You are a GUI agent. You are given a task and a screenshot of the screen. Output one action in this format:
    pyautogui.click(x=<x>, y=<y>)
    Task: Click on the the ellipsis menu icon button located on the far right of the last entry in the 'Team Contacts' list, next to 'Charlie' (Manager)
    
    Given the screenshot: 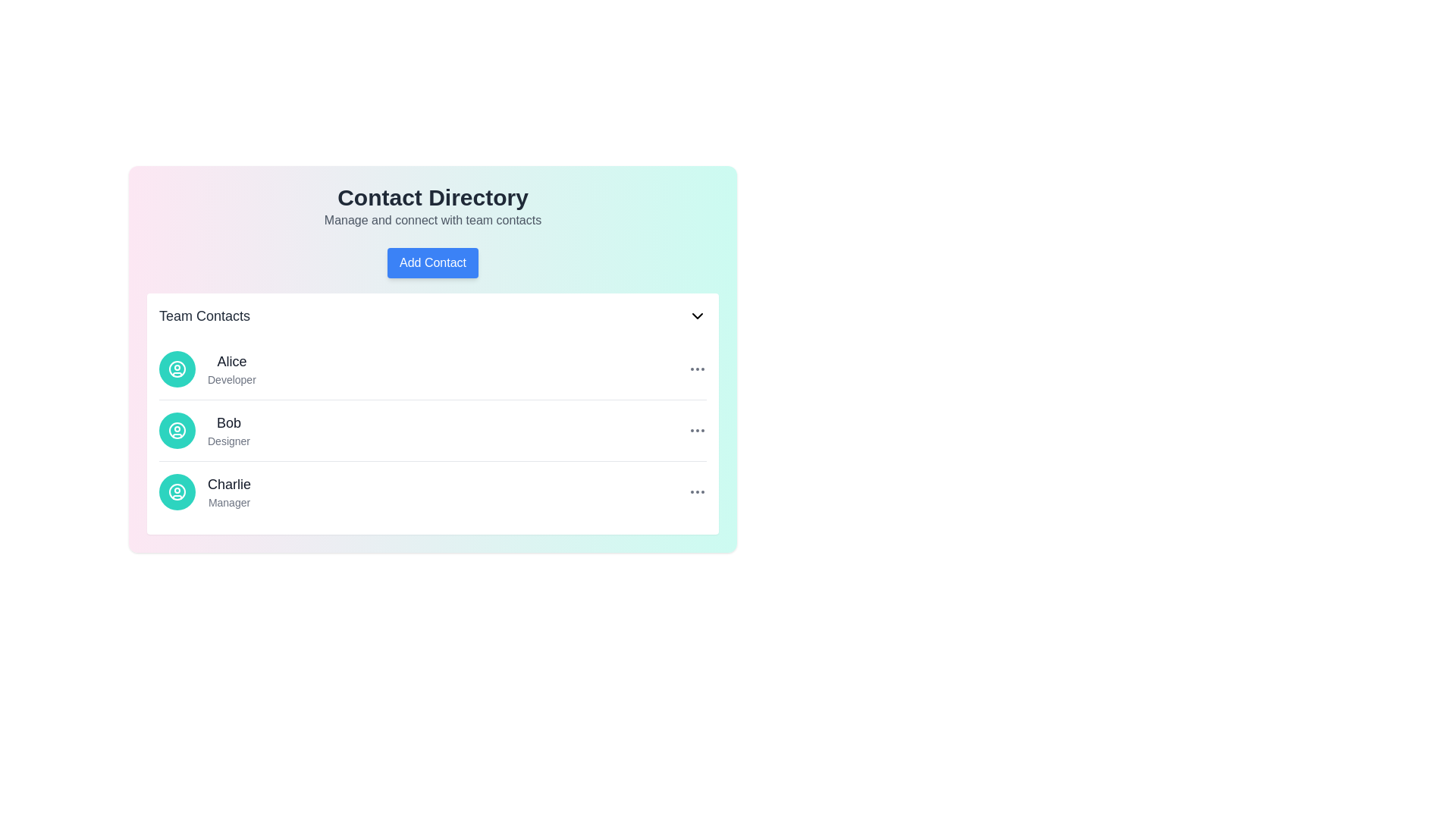 What is the action you would take?
    pyautogui.click(x=697, y=491)
    